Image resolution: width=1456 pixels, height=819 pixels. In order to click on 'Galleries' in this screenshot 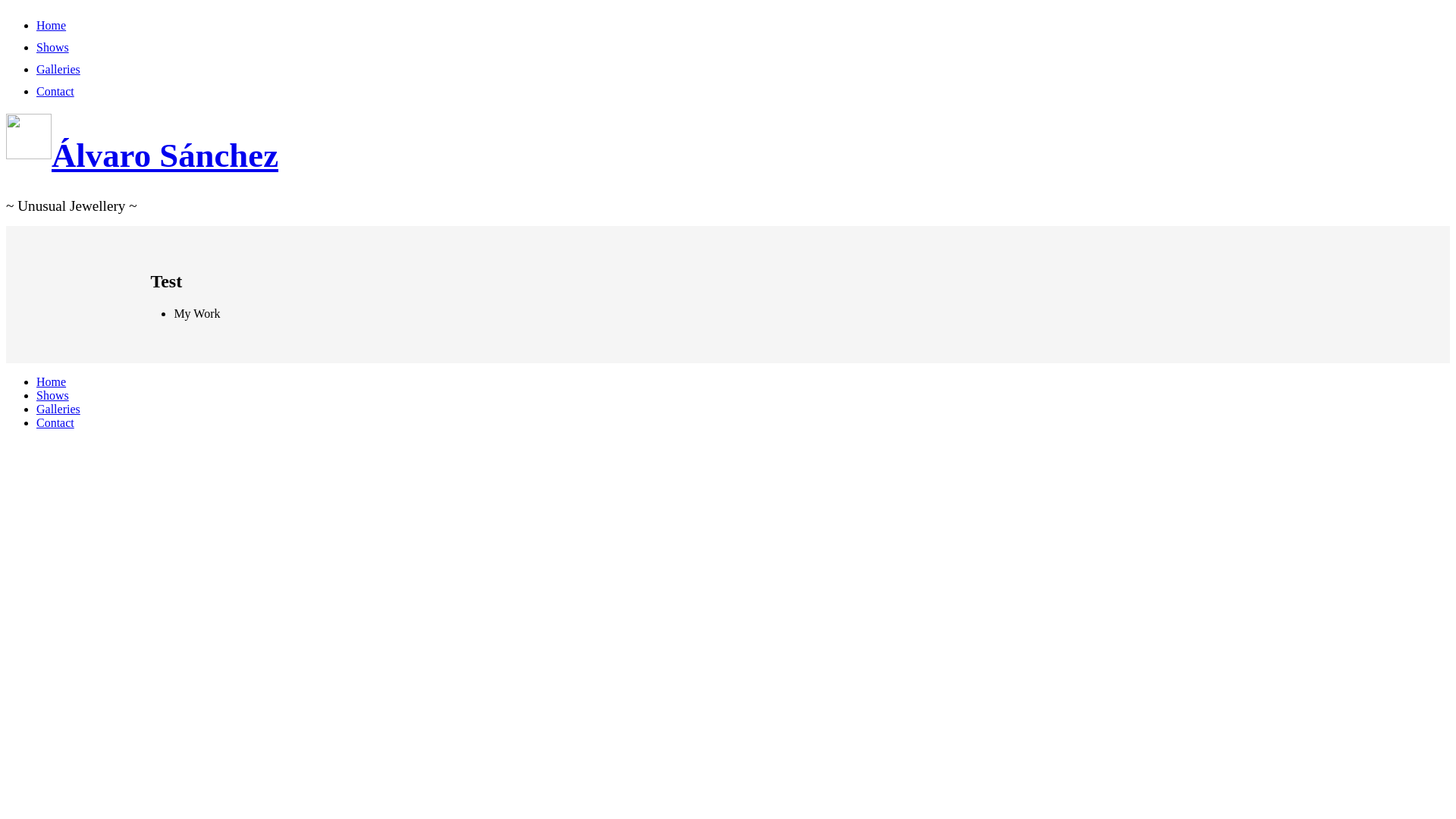, I will do `click(36, 408)`.